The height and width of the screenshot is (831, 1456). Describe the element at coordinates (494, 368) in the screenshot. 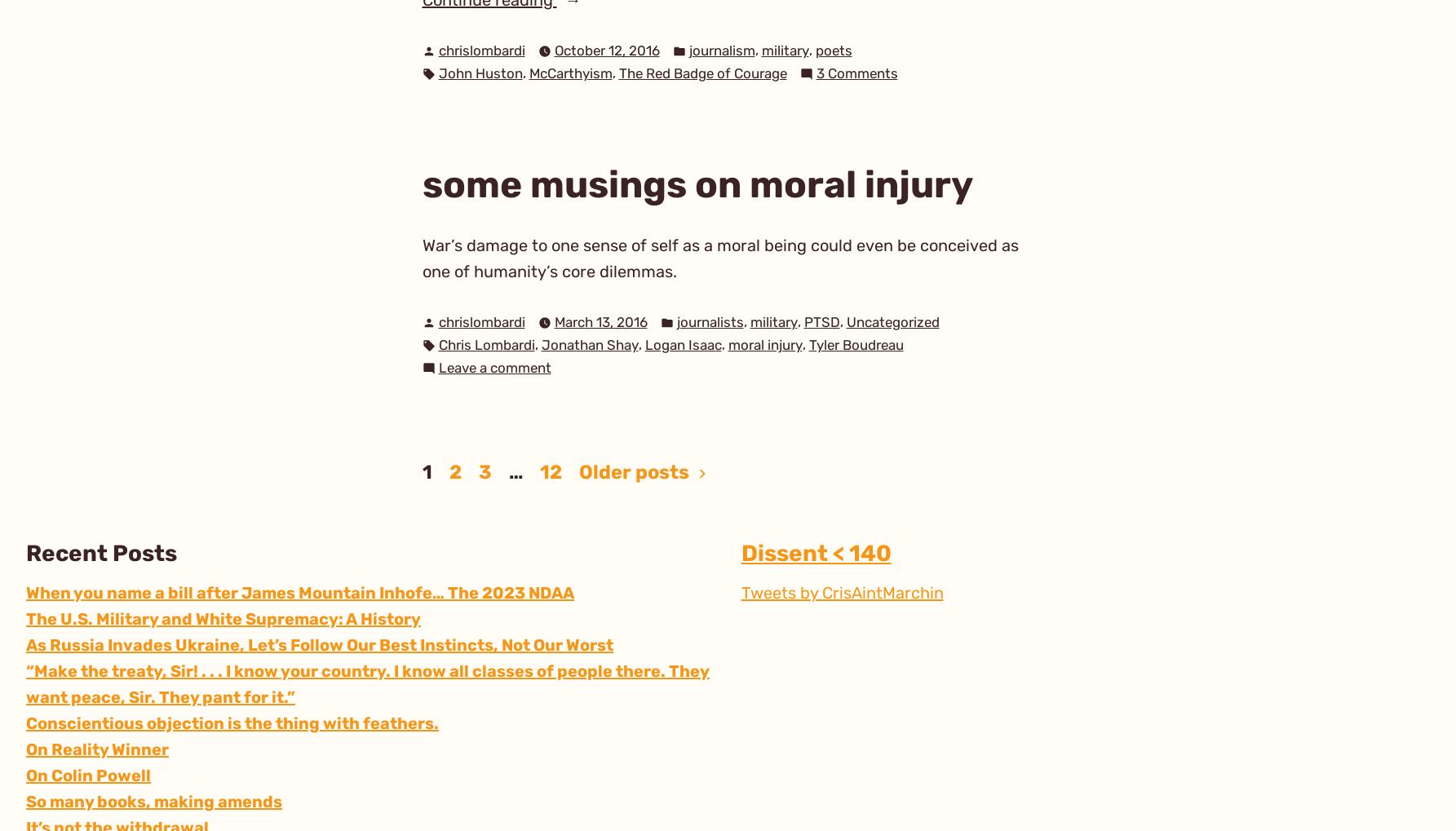

I see `'Leave a comment'` at that location.